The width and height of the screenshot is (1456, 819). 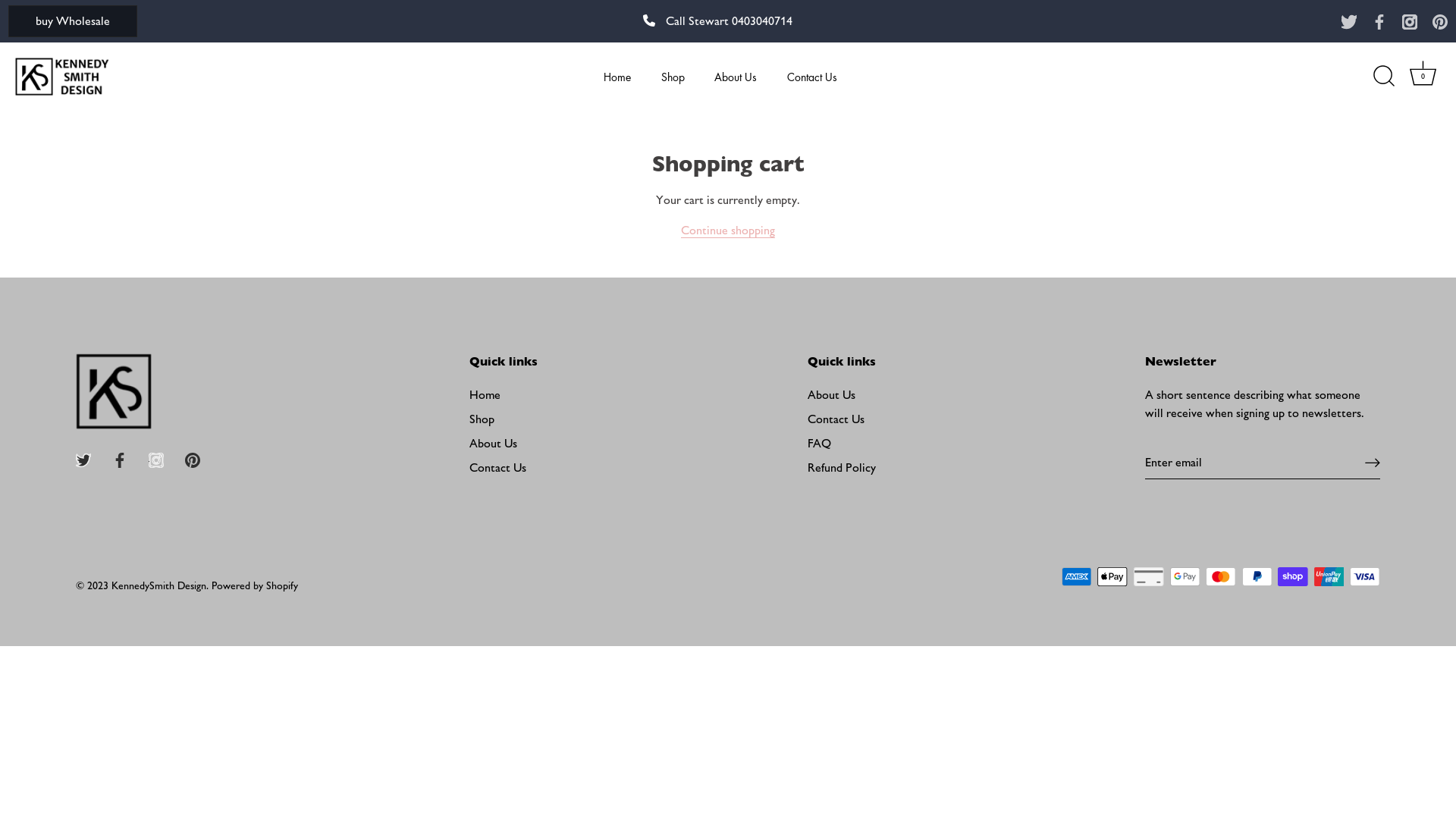 What do you see at coordinates (835, 419) in the screenshot?
I see `'Contact Us'` at bounding box center [835, 419].